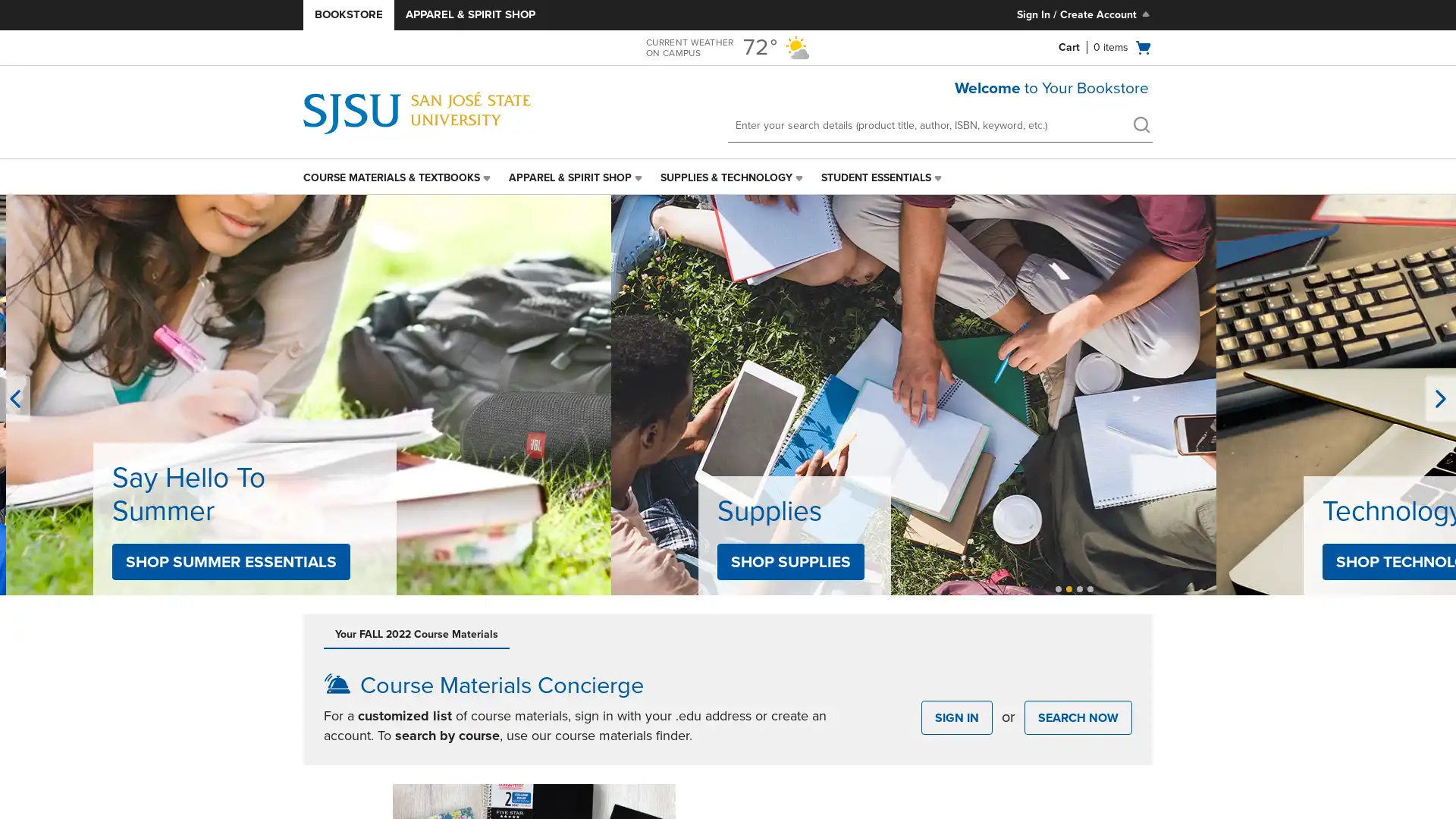  I want to click on Unselected, Slide 4, so click(1090, 588).